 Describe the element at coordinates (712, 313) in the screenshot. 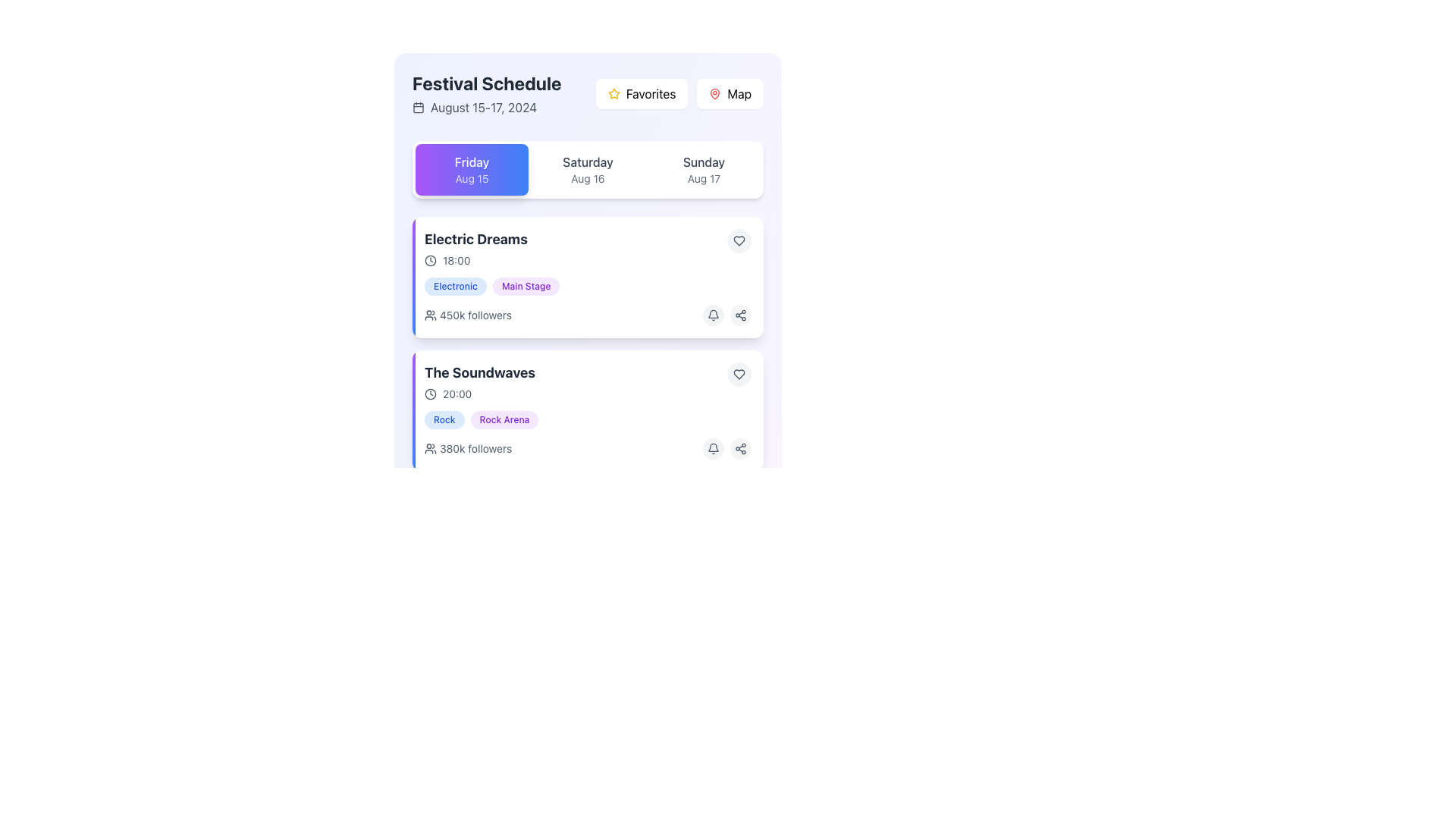

I see `the notification toggle icon located in the bottom-right corner of 'The Soundwaves' schedule card` at that location.